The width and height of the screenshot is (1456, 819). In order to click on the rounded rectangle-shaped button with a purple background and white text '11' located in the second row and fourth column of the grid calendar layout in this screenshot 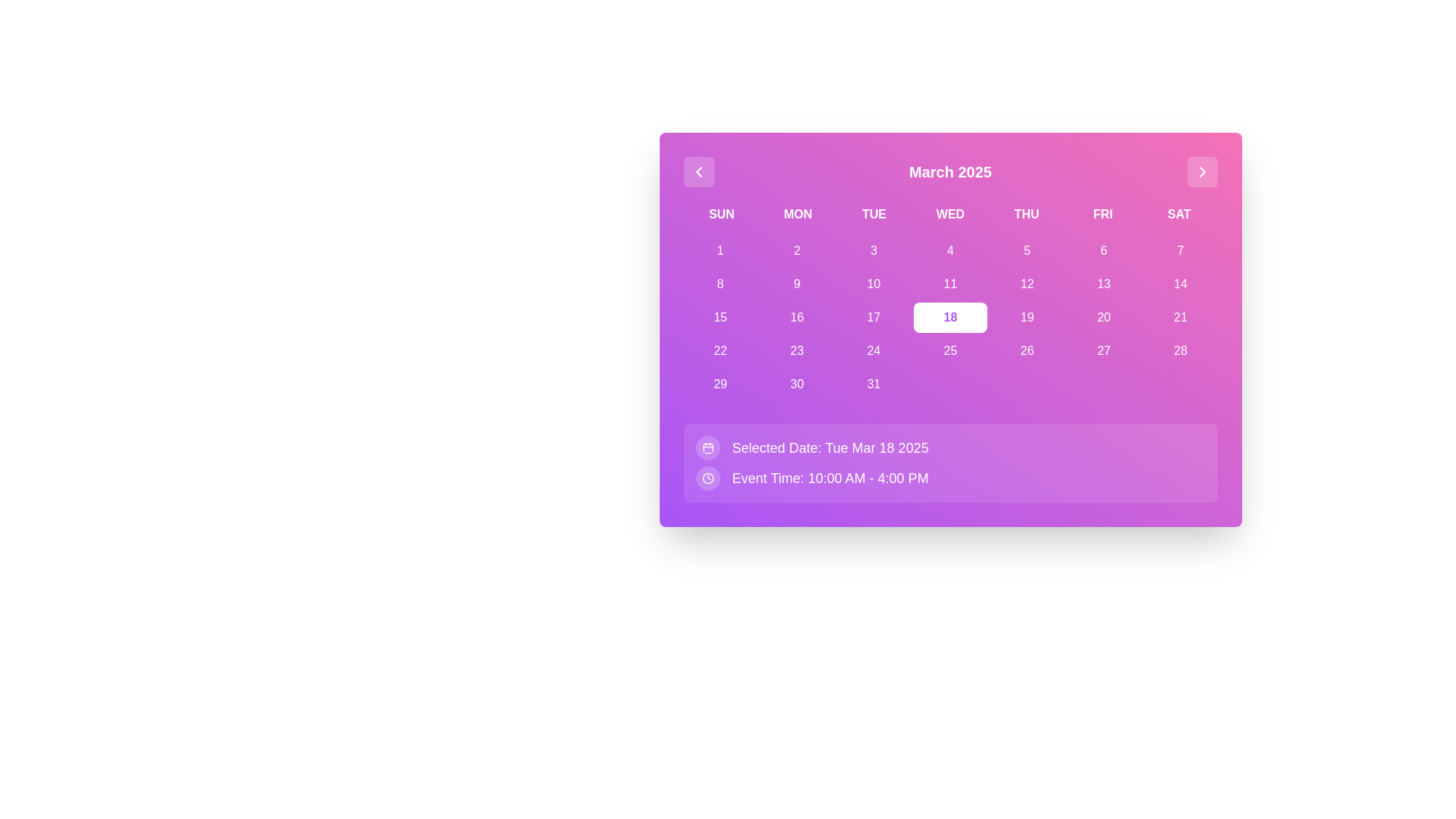, I will do `click(949, 284)`.